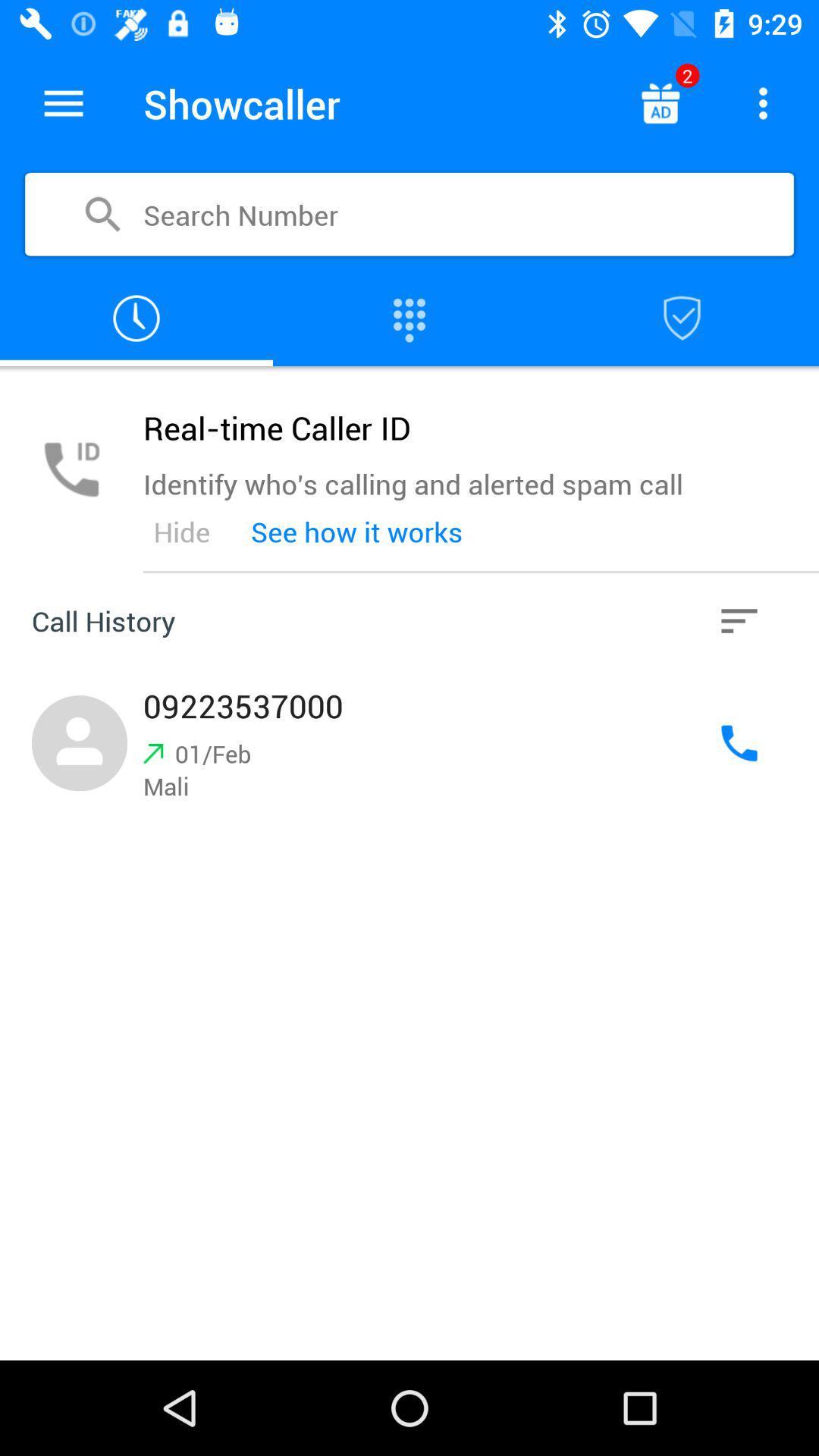 This screenshot has width=819, height=1456. Describe the element at coordinates (659, 102) in the screenshot. I see `item to the right of showcaller` at that location.